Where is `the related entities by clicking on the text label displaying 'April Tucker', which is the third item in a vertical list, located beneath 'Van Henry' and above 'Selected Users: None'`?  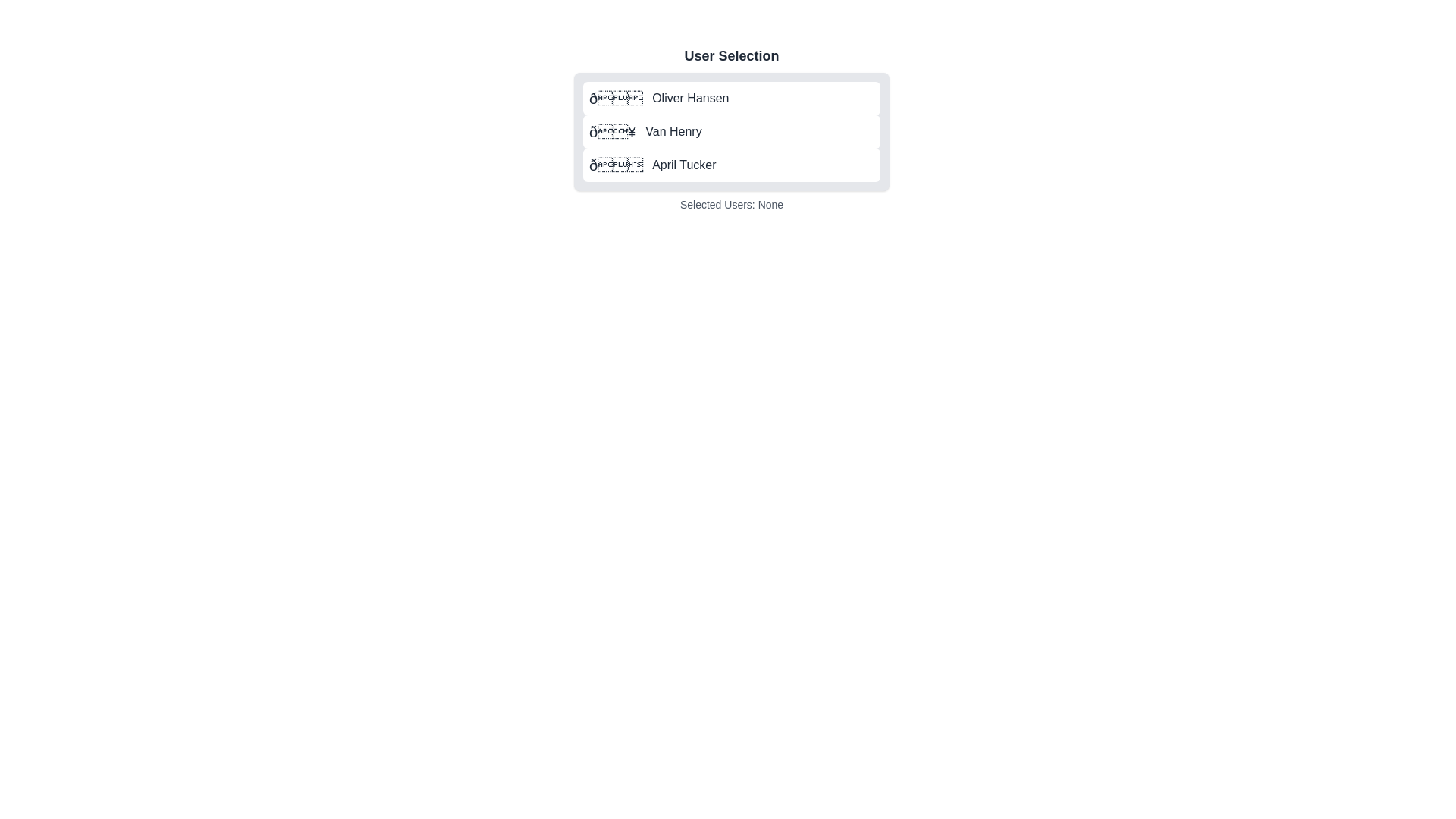 the related entities by clicking on the text label displaying 'April Tucker', which is the third item in a vertical list, located beneath 'Van Henry' and above 'Selected Users: None' is located at coordinates (683, 165).